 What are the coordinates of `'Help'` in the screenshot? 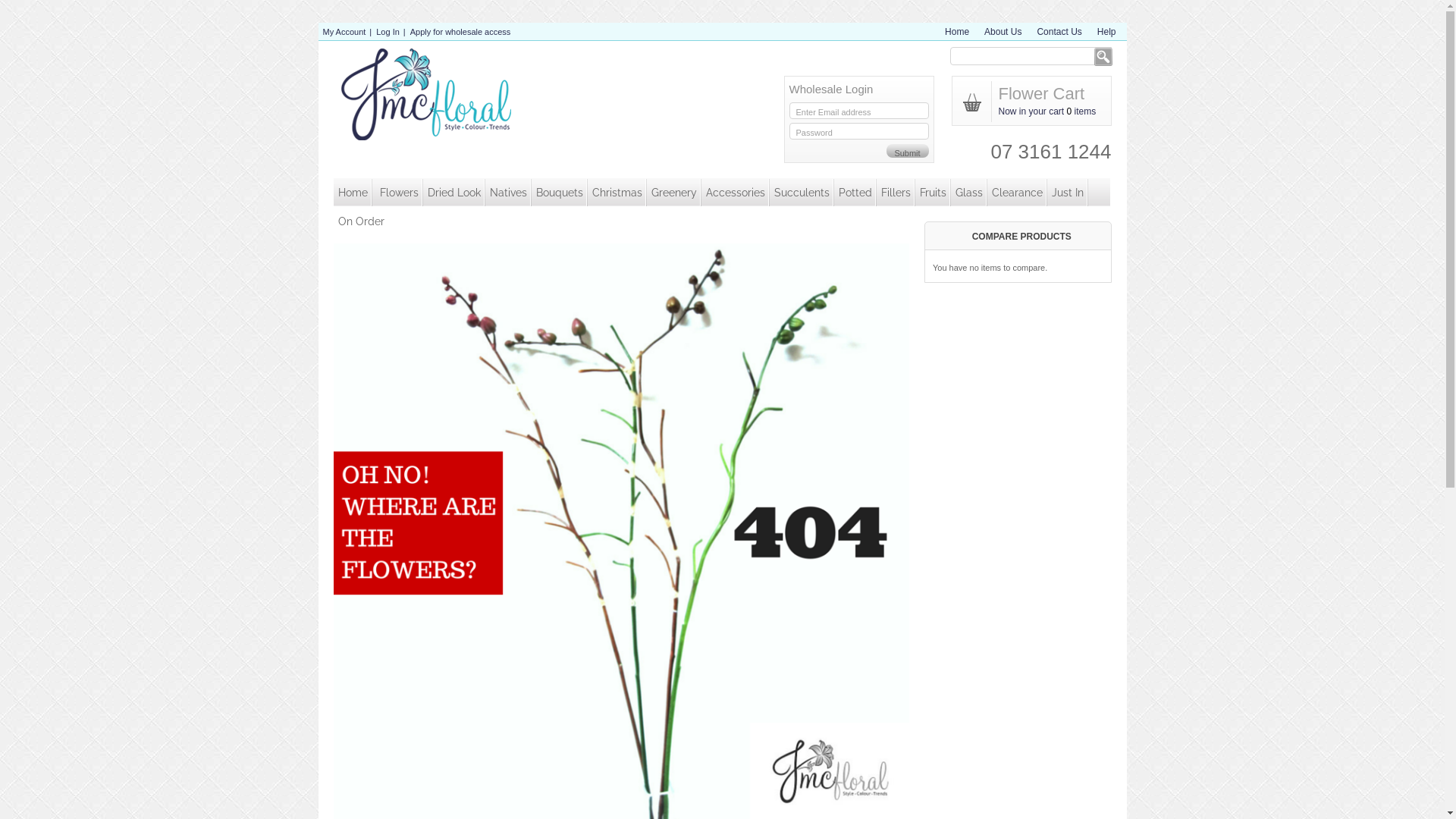 It's located at (1111, 32).